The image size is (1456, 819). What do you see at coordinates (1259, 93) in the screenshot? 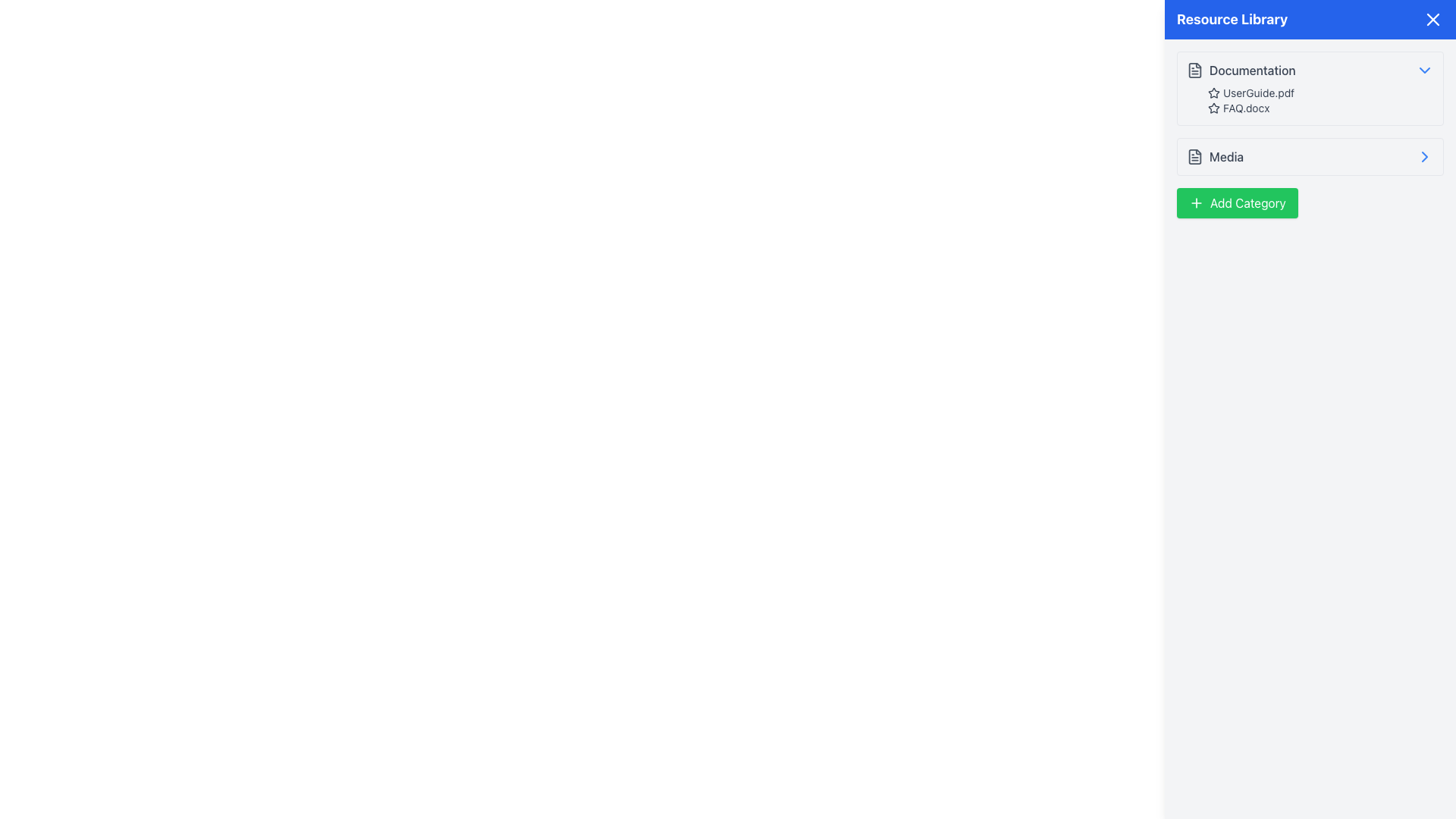
I see `the 'UserGuide.pdf' label in the Resource Library panel` at bounding box center [1259, 93].